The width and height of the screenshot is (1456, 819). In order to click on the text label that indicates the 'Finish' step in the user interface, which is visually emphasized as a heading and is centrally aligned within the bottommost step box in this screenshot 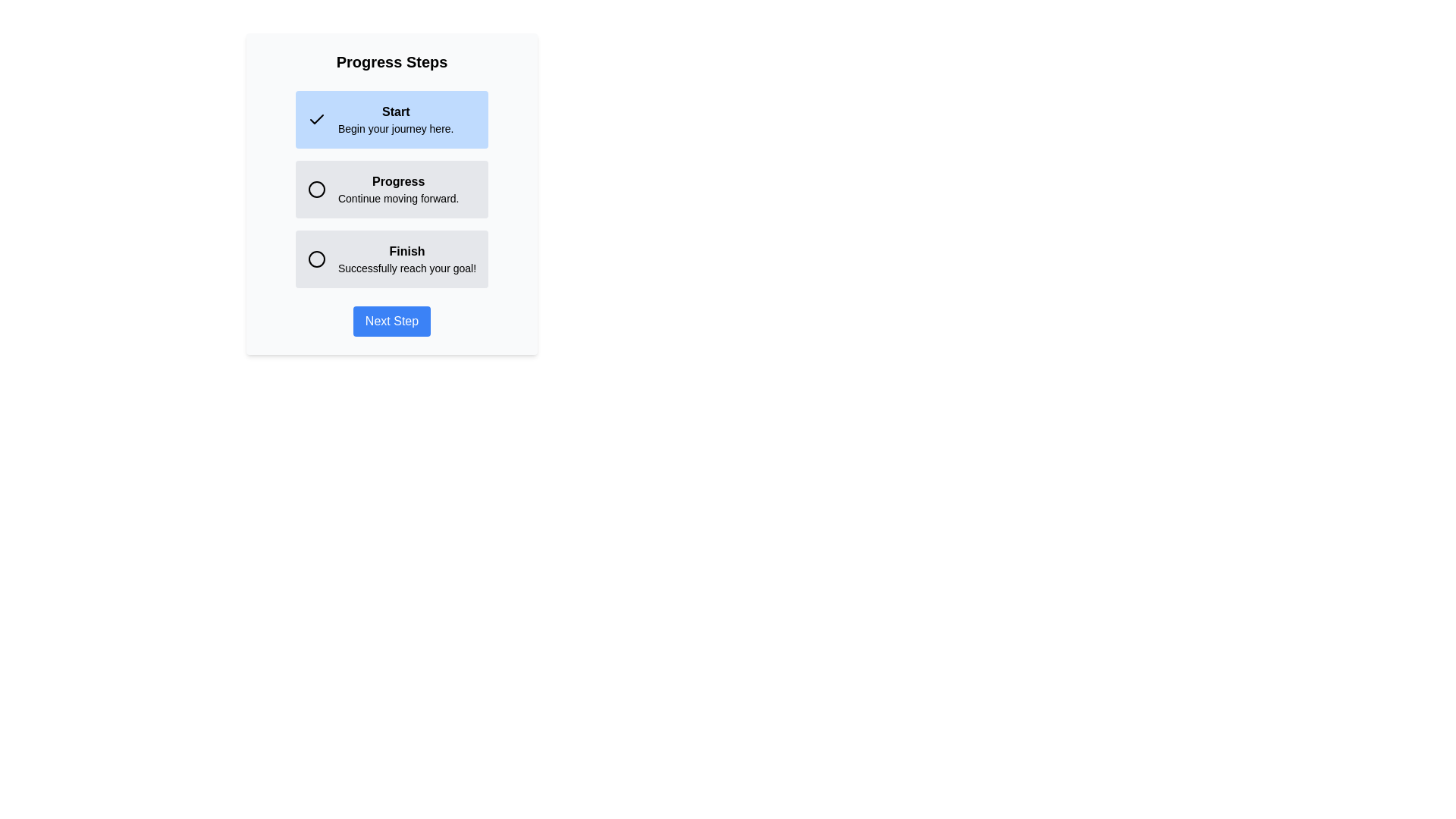, I will do `click(407, 250)`.